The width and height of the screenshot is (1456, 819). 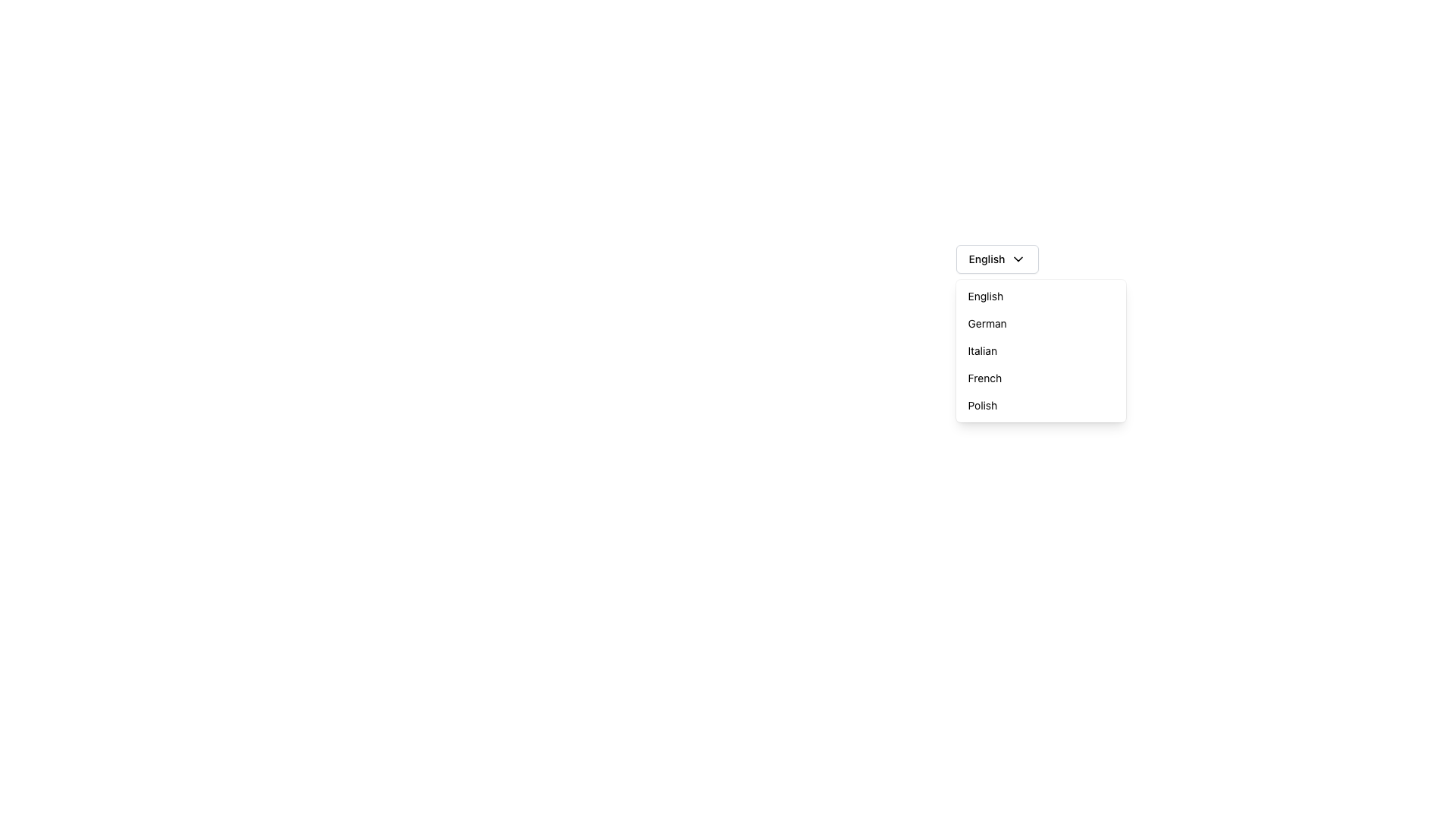 I want to click on the small black downward-pointing arrow icon for the dropdown menu, located to the right of the text 'English', so click(x=1018, y=259).